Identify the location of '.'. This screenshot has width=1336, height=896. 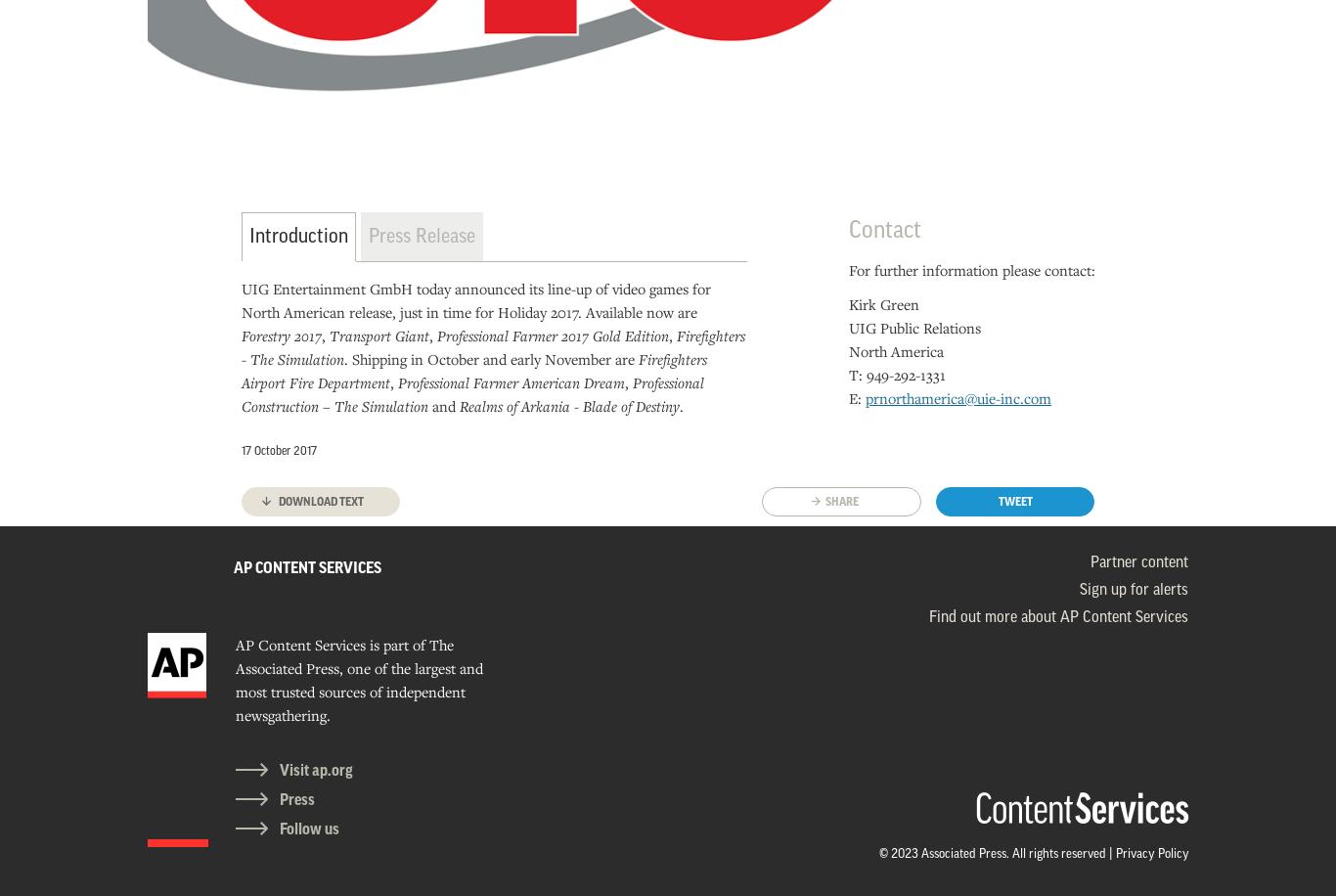
(679, 404).